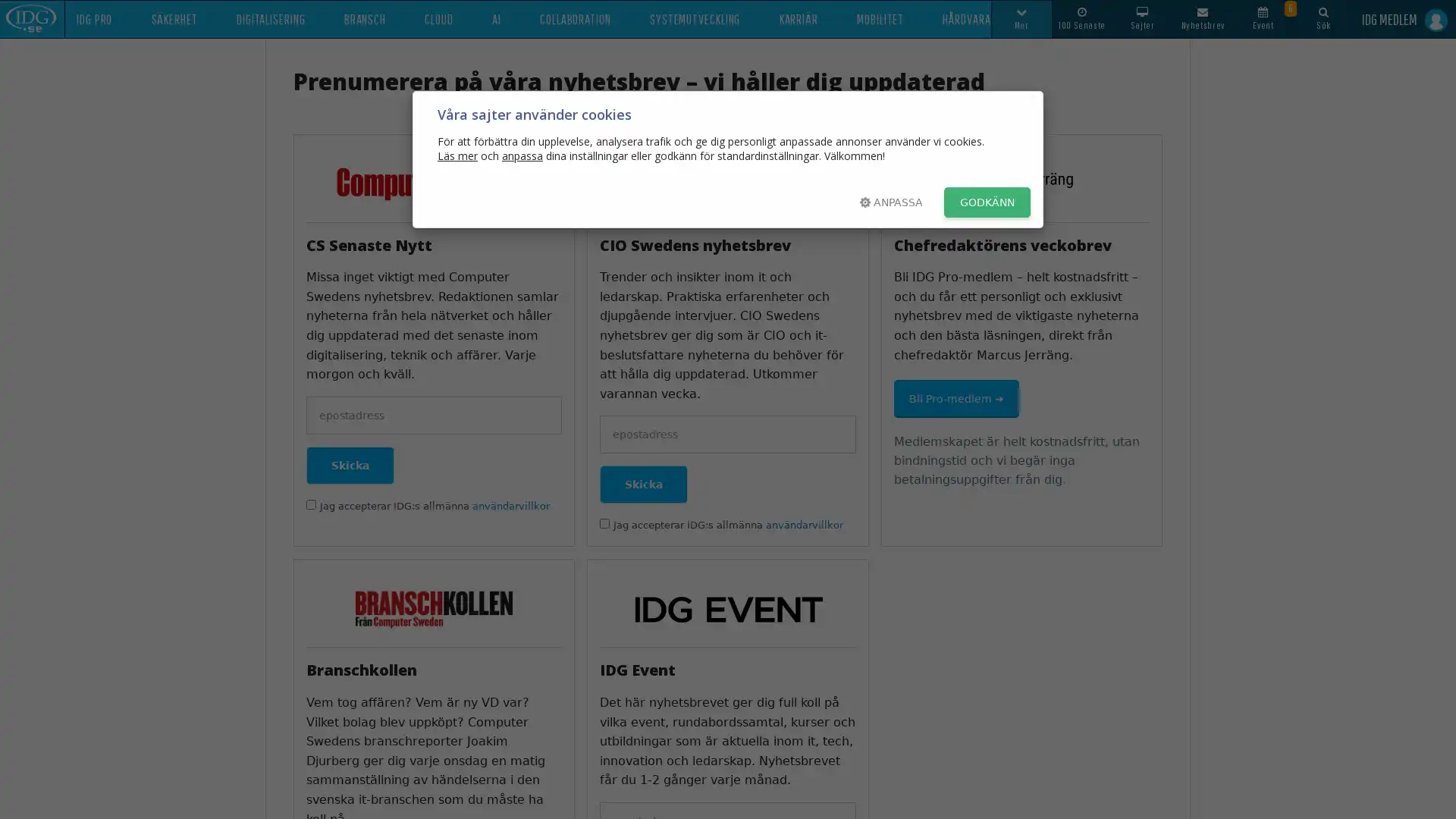  What do you see at coordinates (349, 464) in the screenshot?
I see `Skicka` at bounding box center [349, 464].